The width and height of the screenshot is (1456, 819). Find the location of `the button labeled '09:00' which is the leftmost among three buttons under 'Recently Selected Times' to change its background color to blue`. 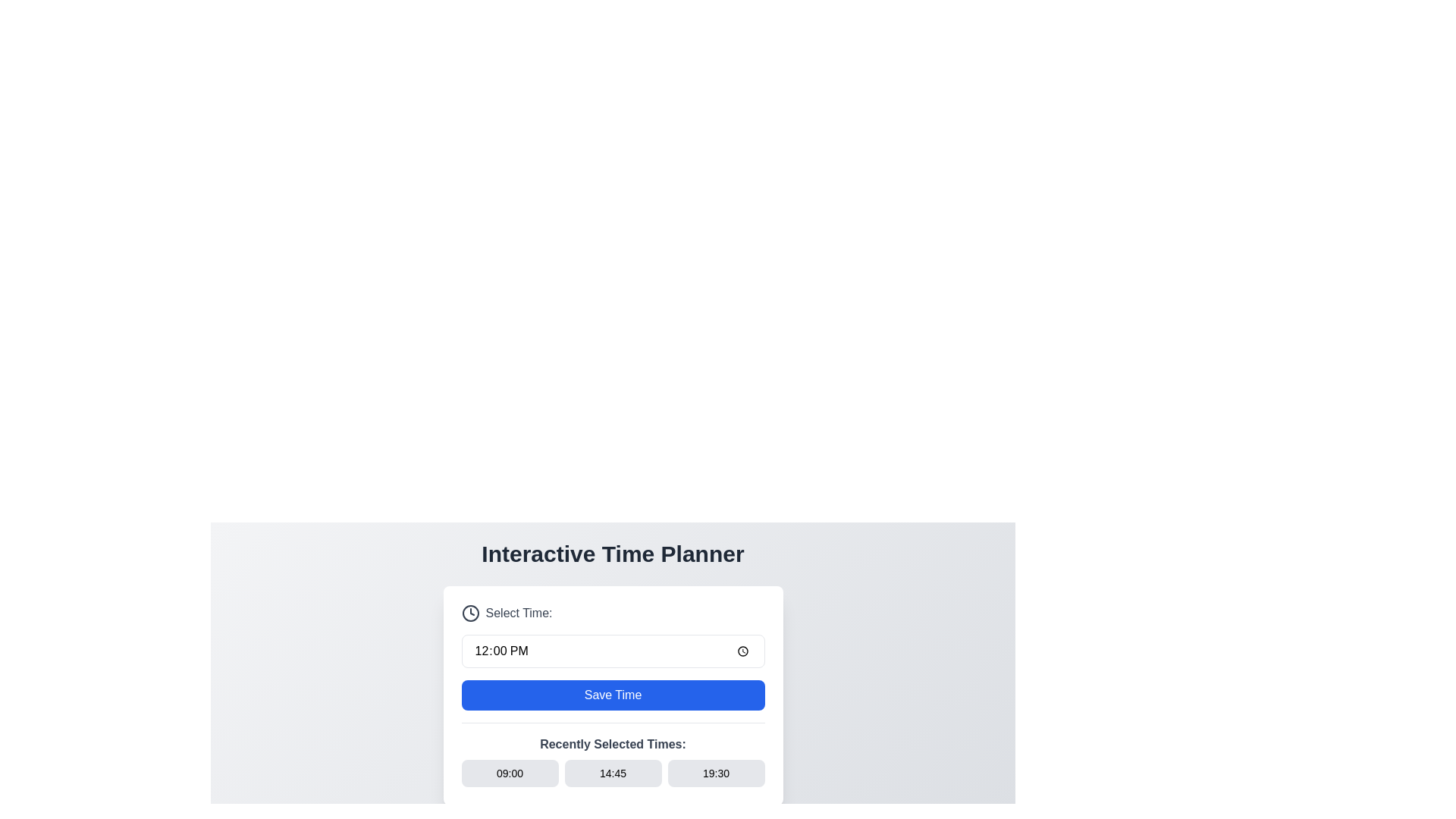

the button labeled '09:00' which is the leftmost among three buttons under 'Recently Selected Times' to change its background color to blue is located at coordinates (510, 773).